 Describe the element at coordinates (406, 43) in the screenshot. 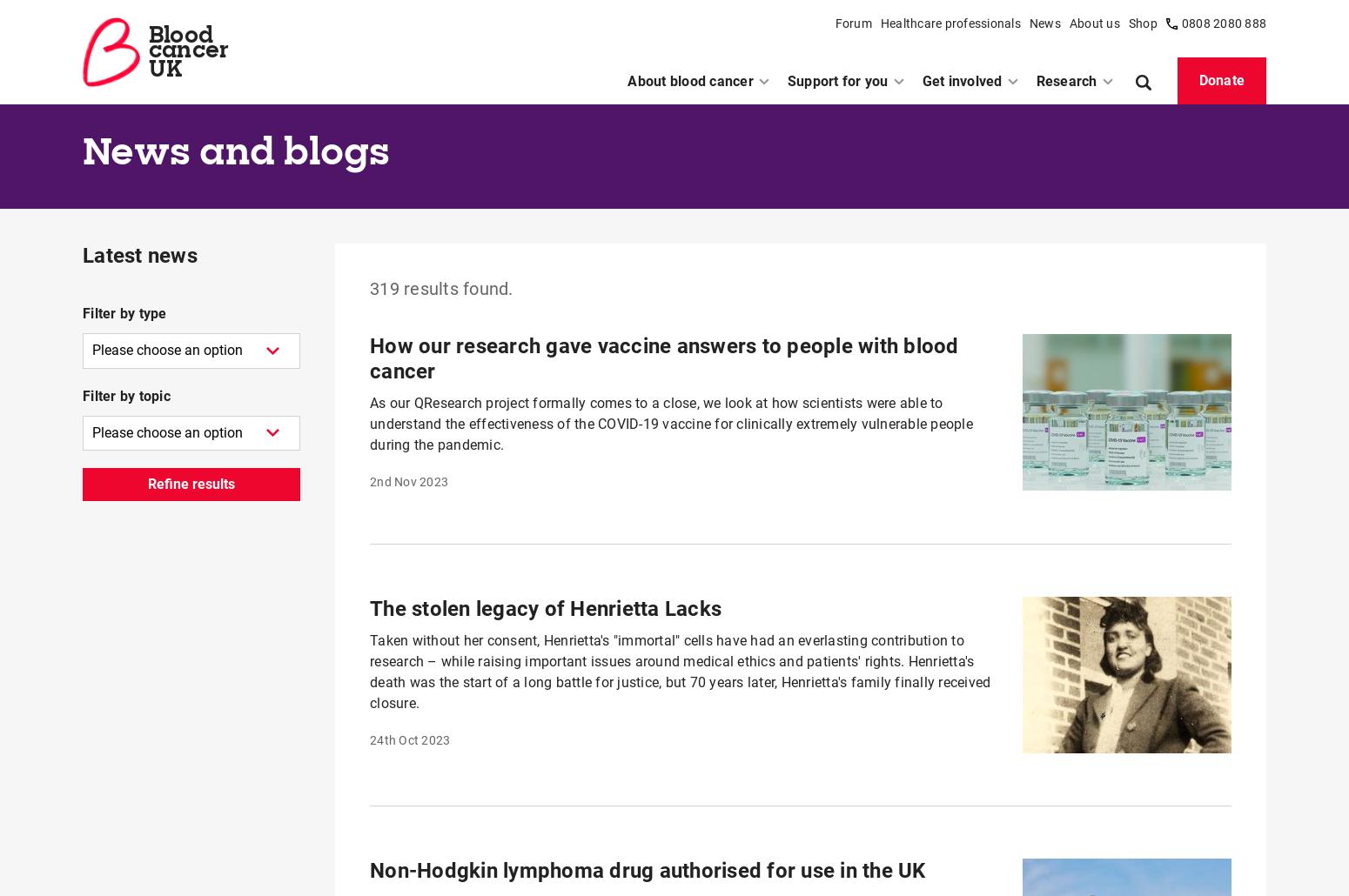

I see `'7th Sep 2023'` at that location.